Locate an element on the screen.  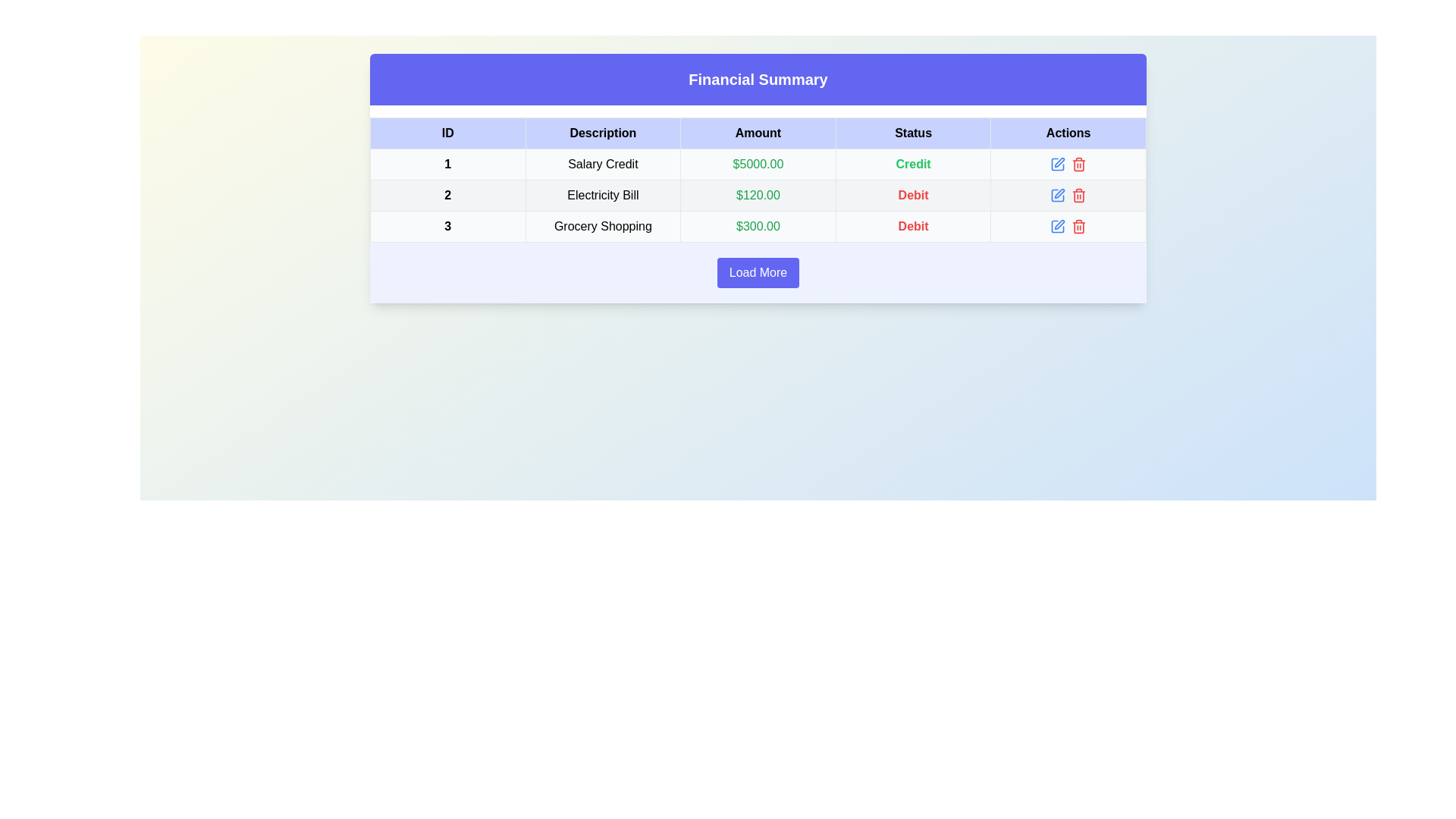
the Label displaying the amount of money ($300.00) associated with the 'Grocery Shopping' transaction, located in the third row of the table under the 'Amount' column is located at coordinates (758, 227).